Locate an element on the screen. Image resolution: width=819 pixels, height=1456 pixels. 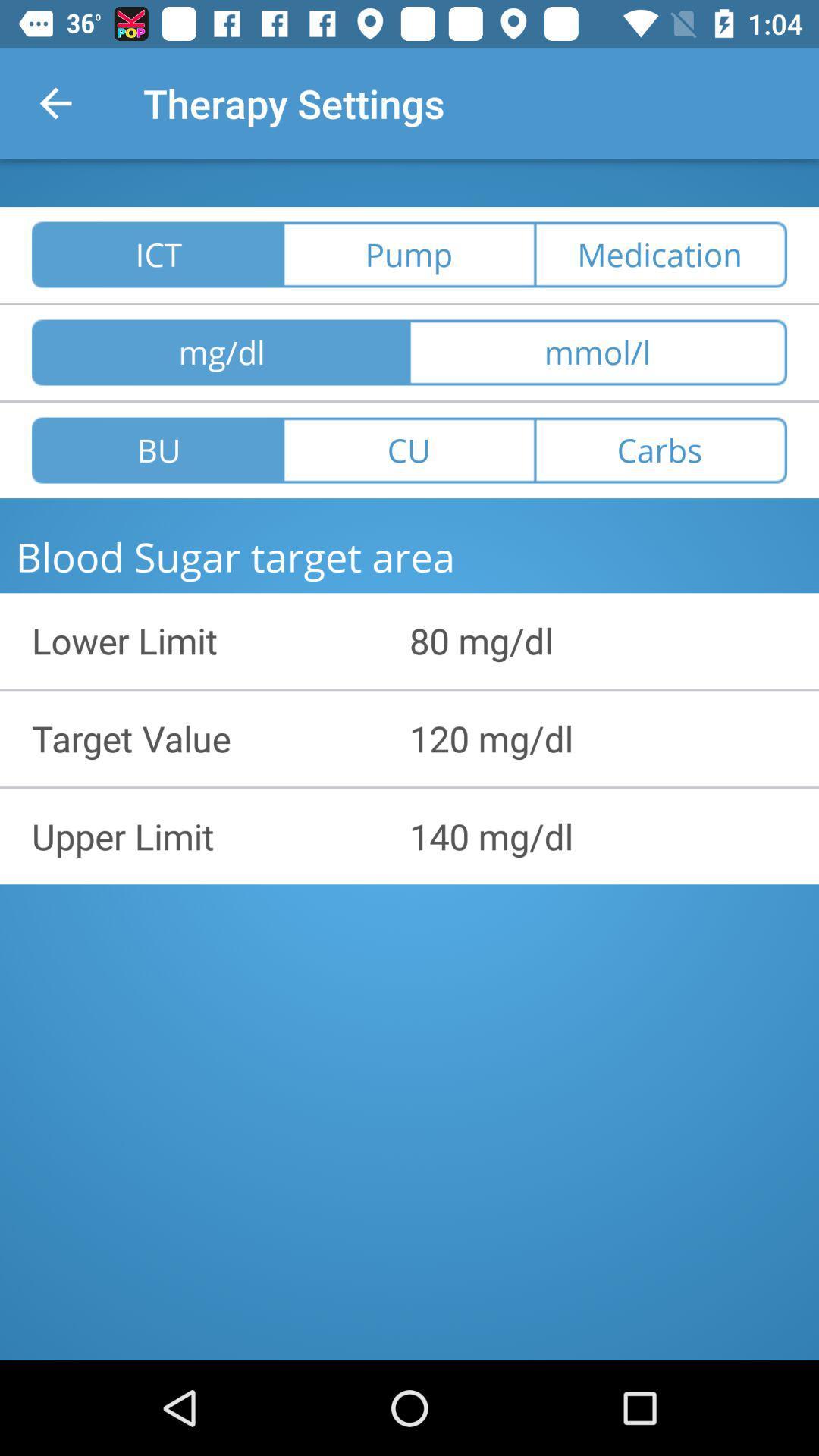
the button carbs is located at coordinates (660, 450).